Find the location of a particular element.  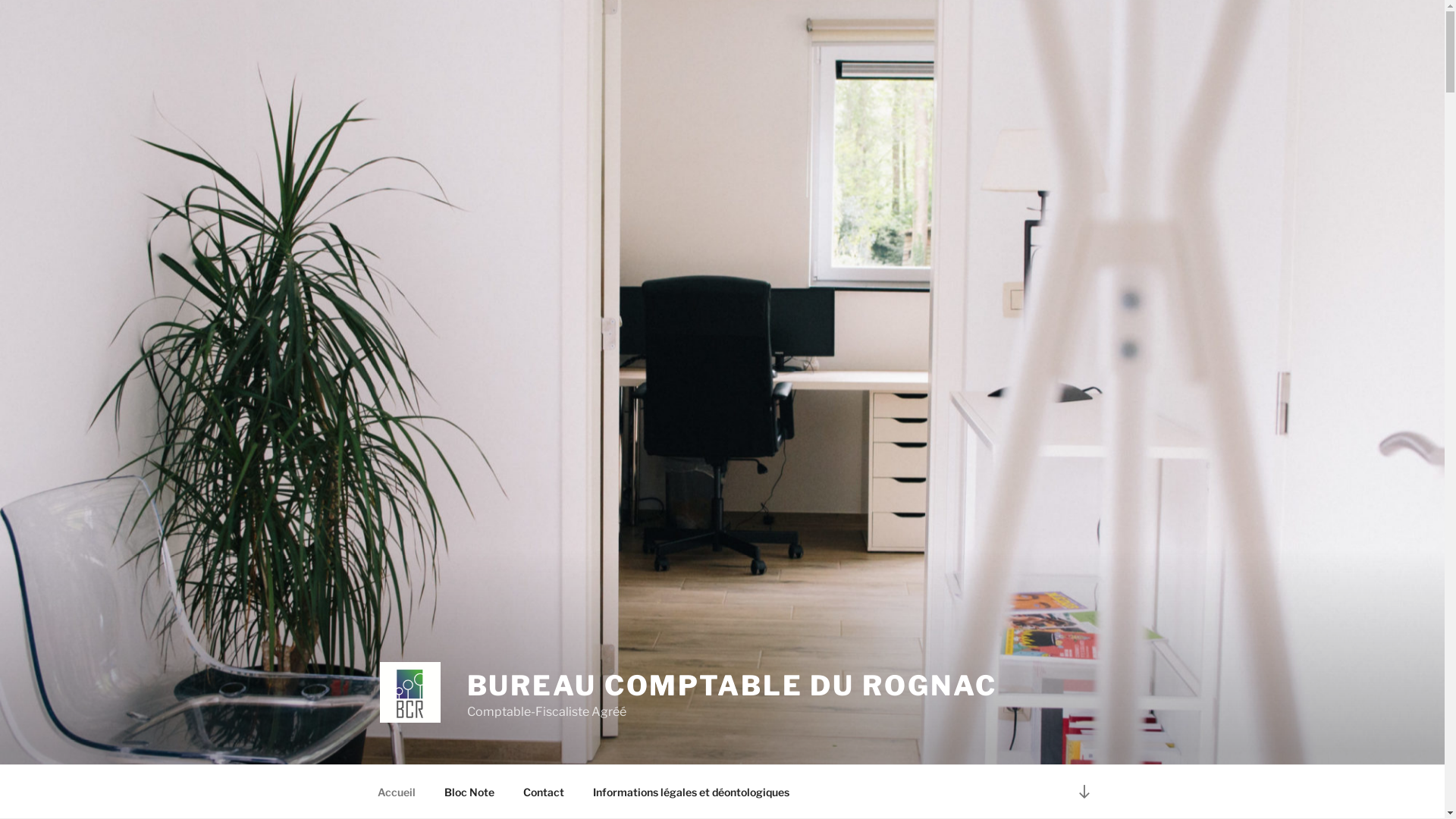

'Accueil' is located at coordinates (396, 791).